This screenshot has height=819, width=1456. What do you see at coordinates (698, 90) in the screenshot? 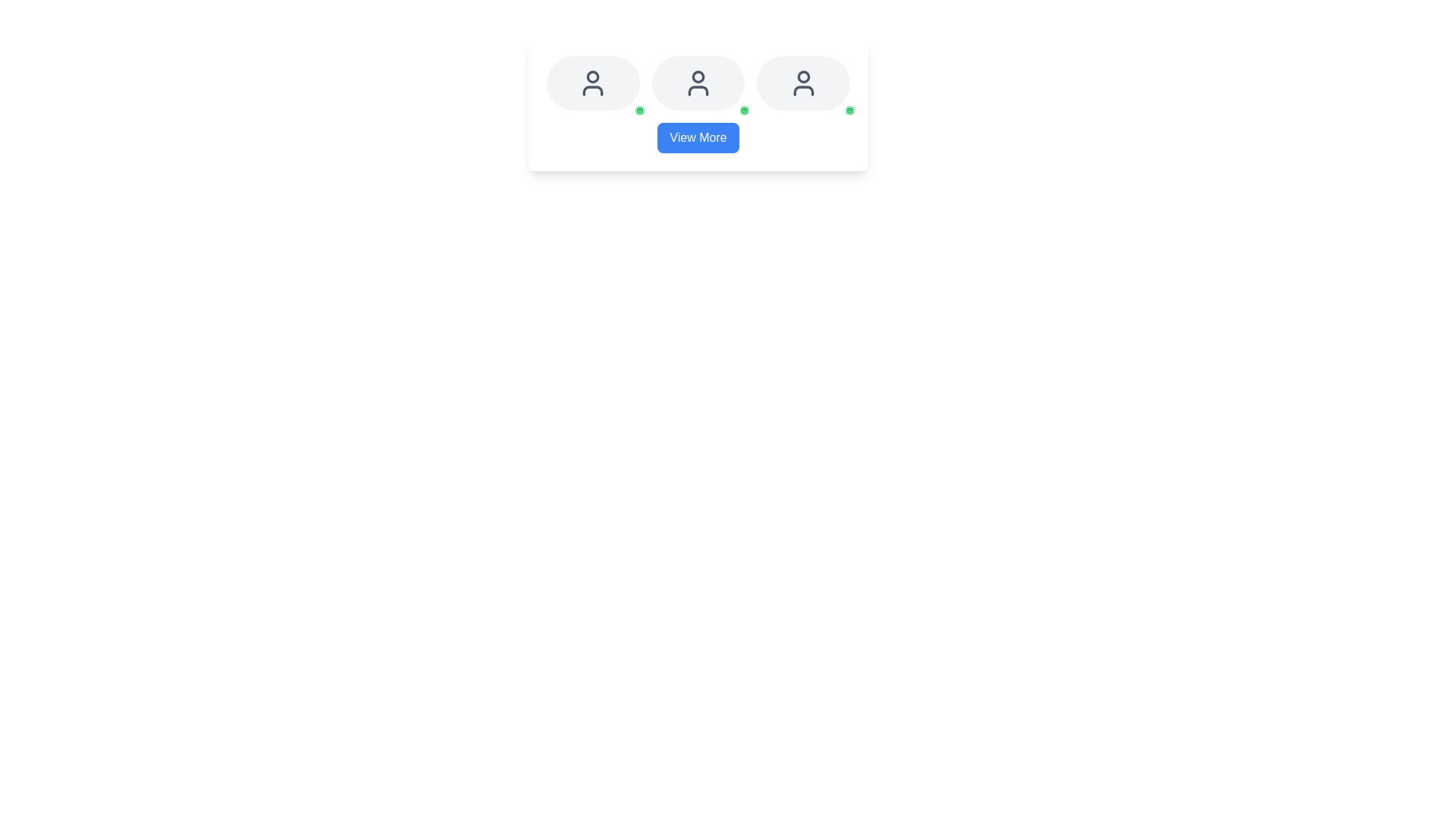
I see `the design of the vector graphic element located in the middle user icon of a horizontal layout of three user icons` at bounding box center [698, 90].